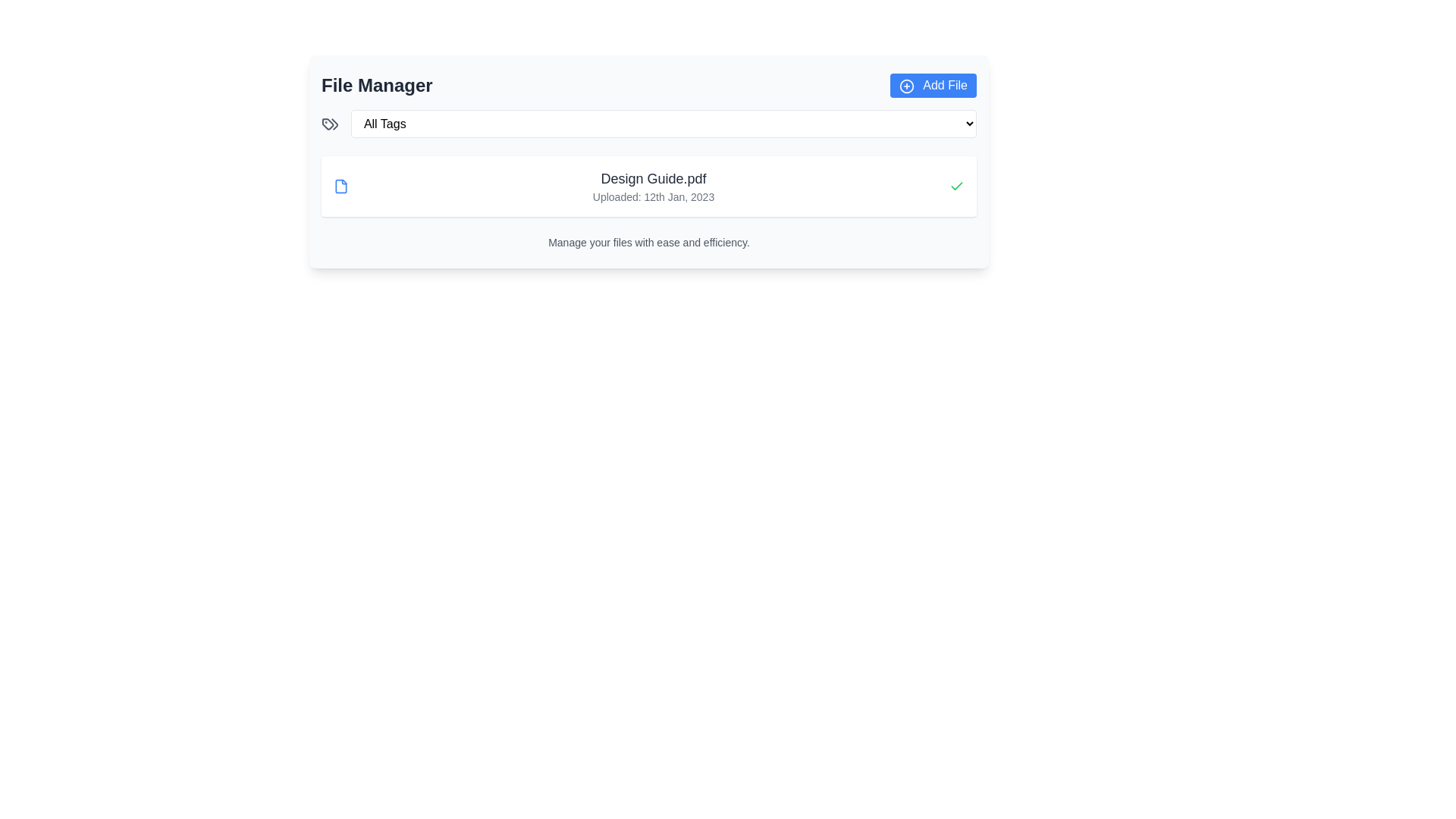 This screenshot has height=819, width=1456. Describe the element at coordinates (906, 86) in the screenshot. I see `the icon located at the top-right corner of the 'Add File' button to initiate the add file action` at that location.